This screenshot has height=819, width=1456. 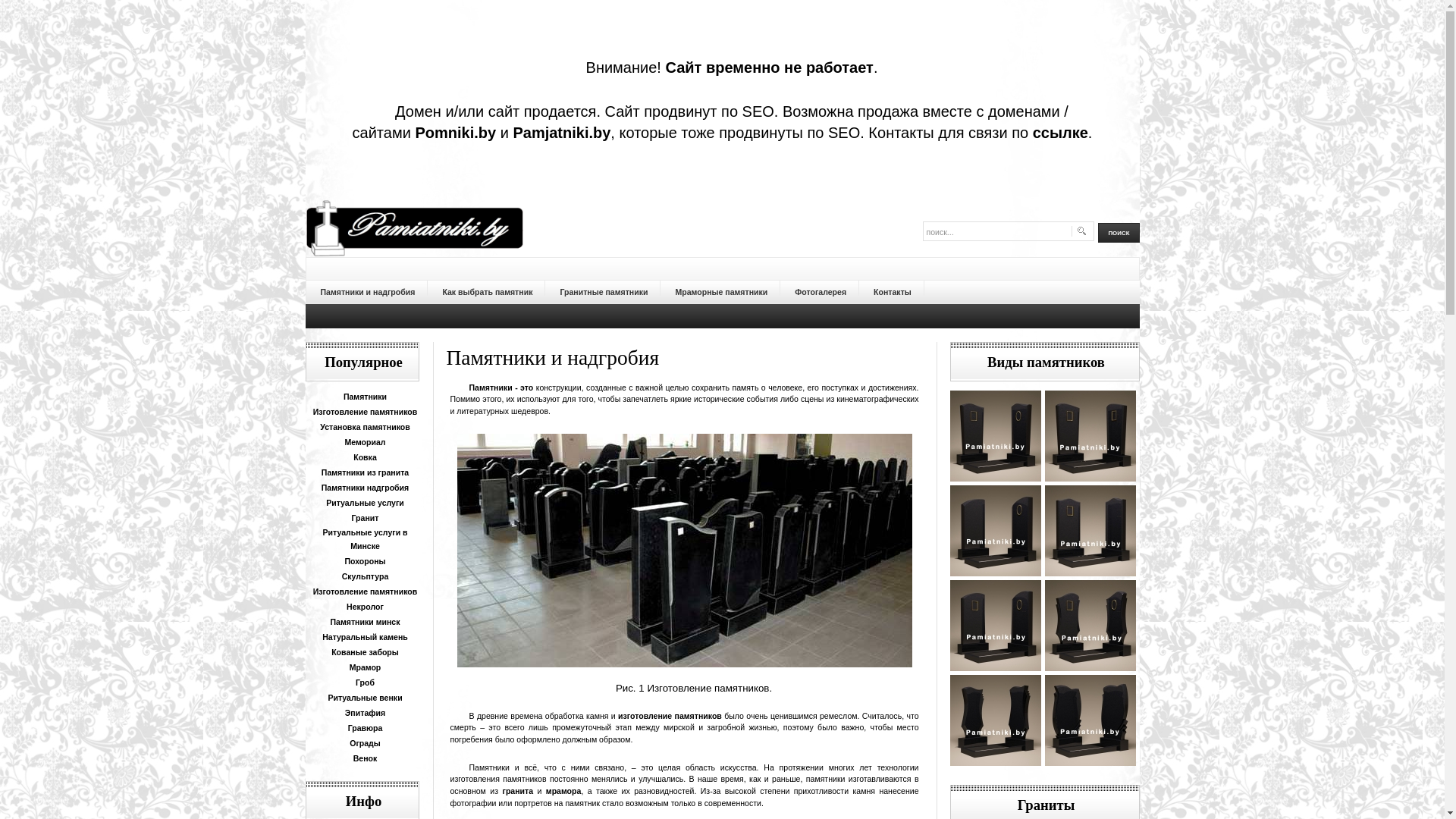 I want to click on 'Pomniki.by', so click(x=415, y=131).